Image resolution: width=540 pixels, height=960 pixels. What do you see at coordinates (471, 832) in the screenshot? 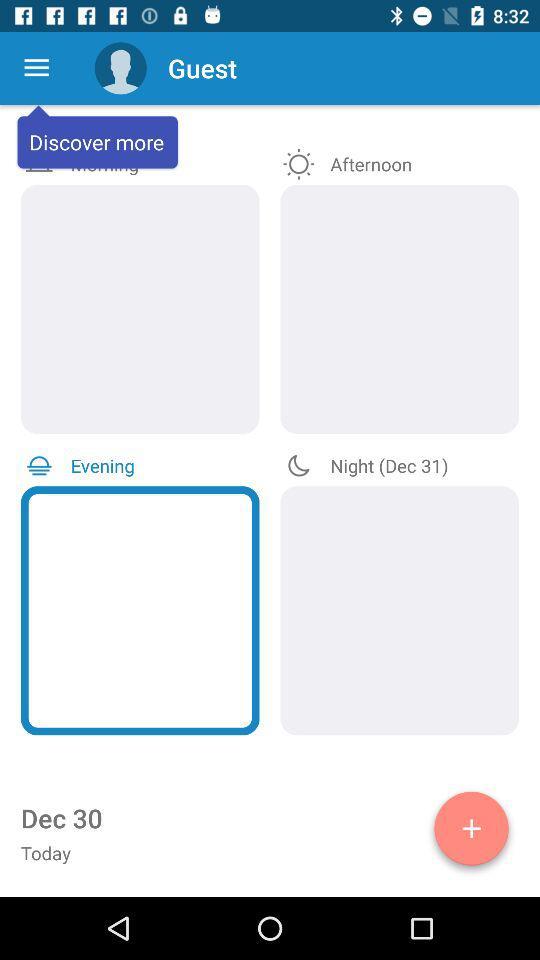
I see `the add icon` at bounding box center [471, 832].